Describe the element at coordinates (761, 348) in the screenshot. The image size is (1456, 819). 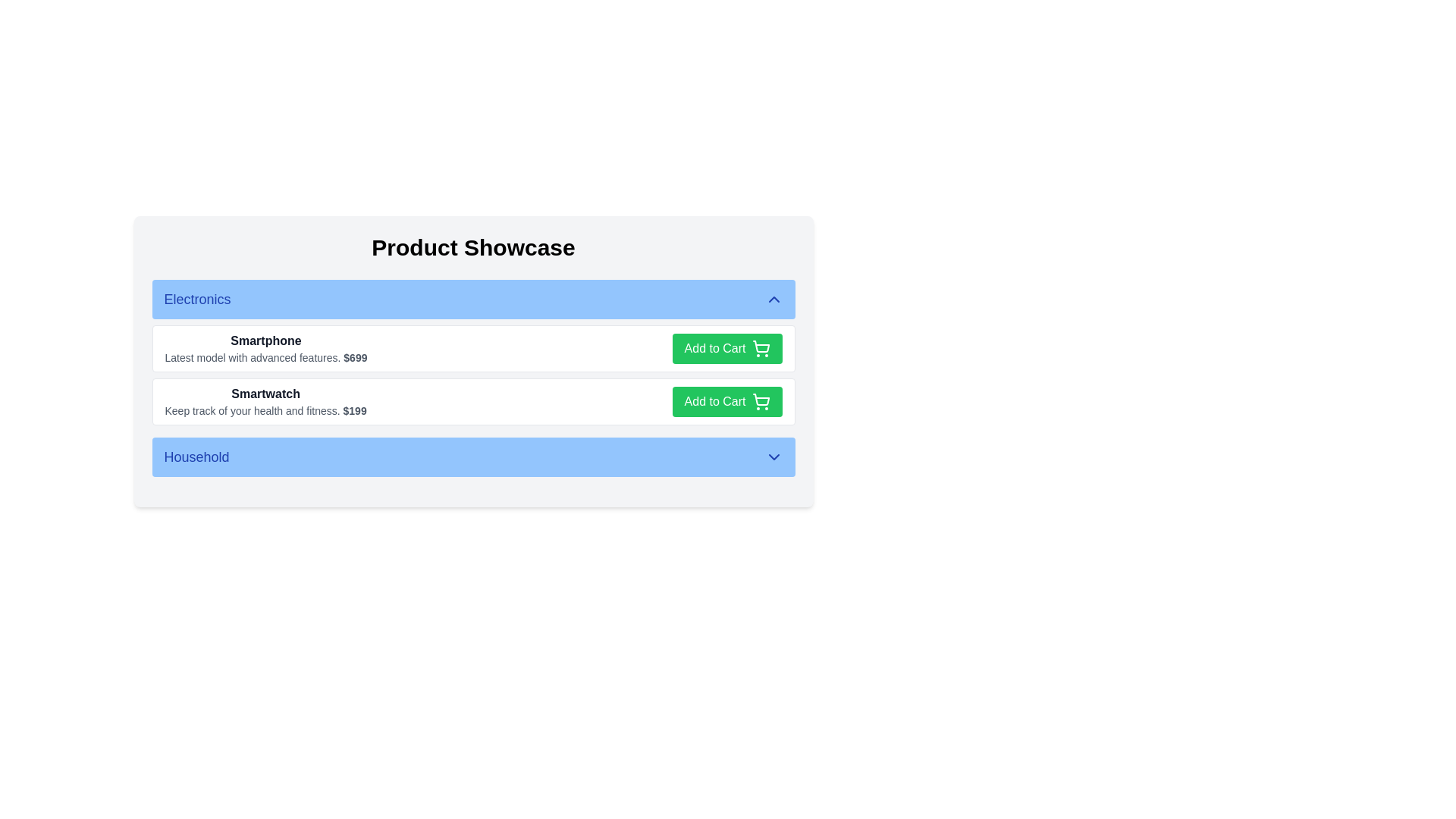
I see `the shopping cart icon located within the green 'Add to Cart' button, positioned to the right of the text label` at that location.